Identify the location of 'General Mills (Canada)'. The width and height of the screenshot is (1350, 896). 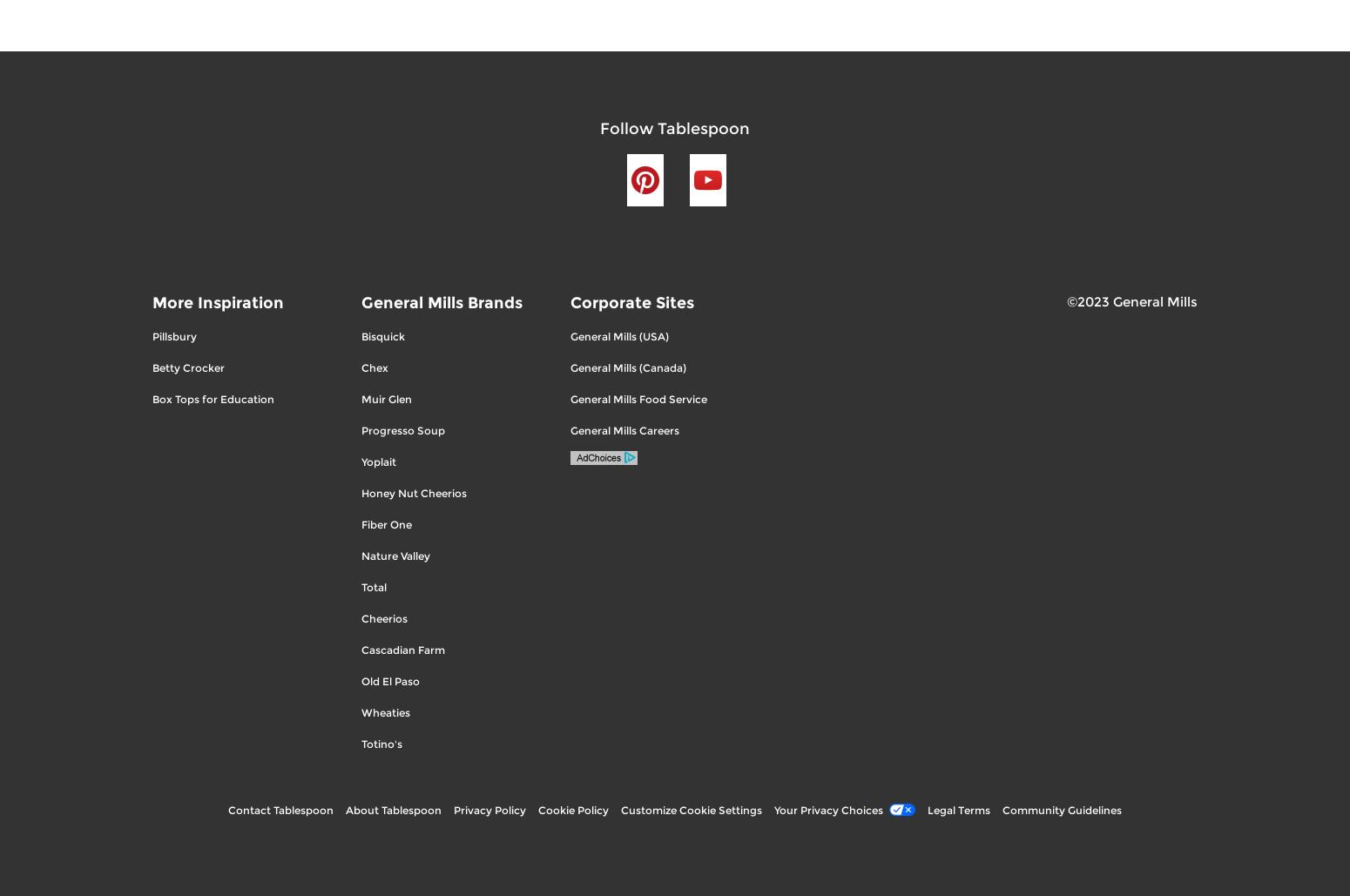
(628, 366).